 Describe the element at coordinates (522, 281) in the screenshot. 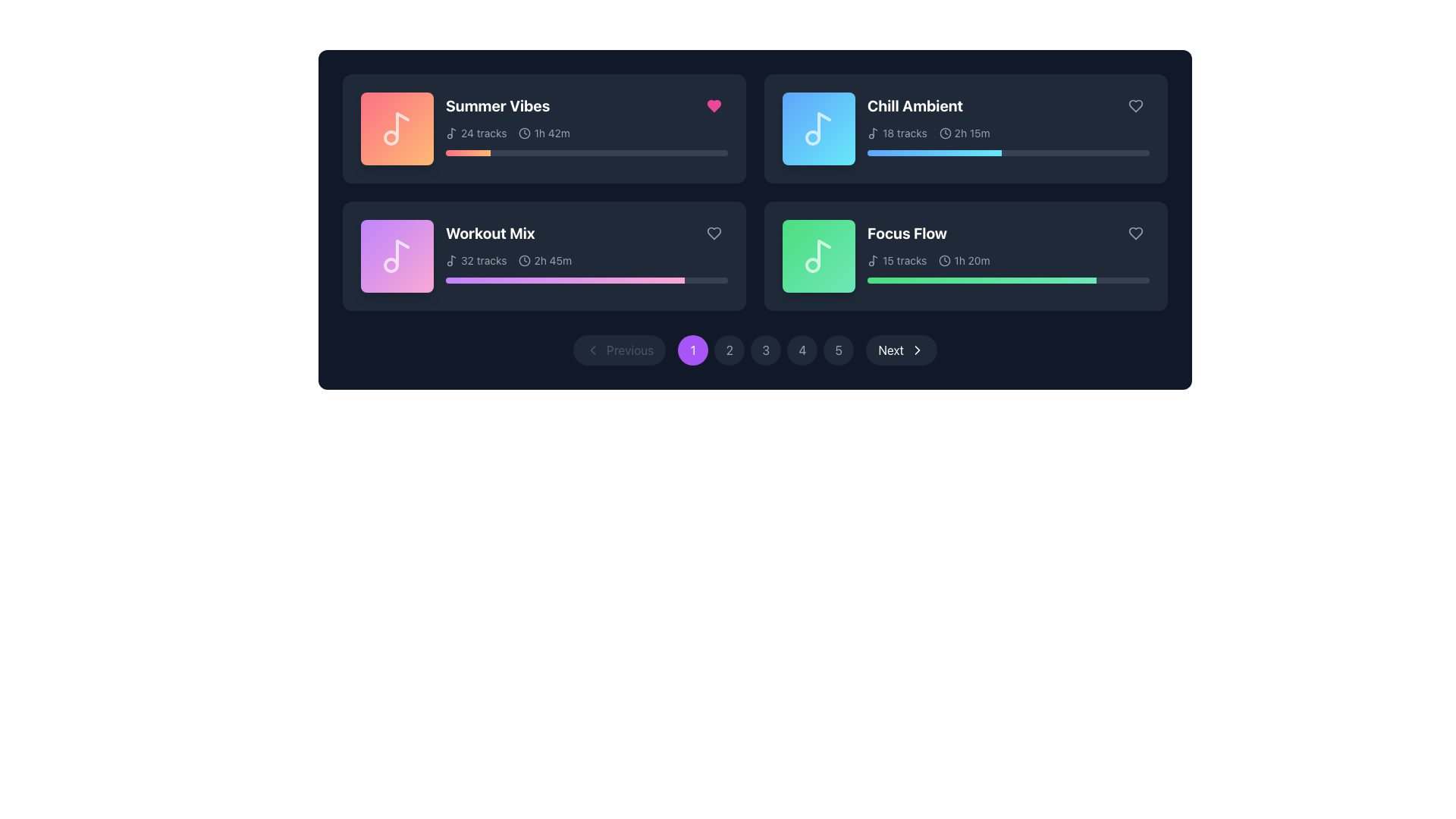

I see `progress` at that location.